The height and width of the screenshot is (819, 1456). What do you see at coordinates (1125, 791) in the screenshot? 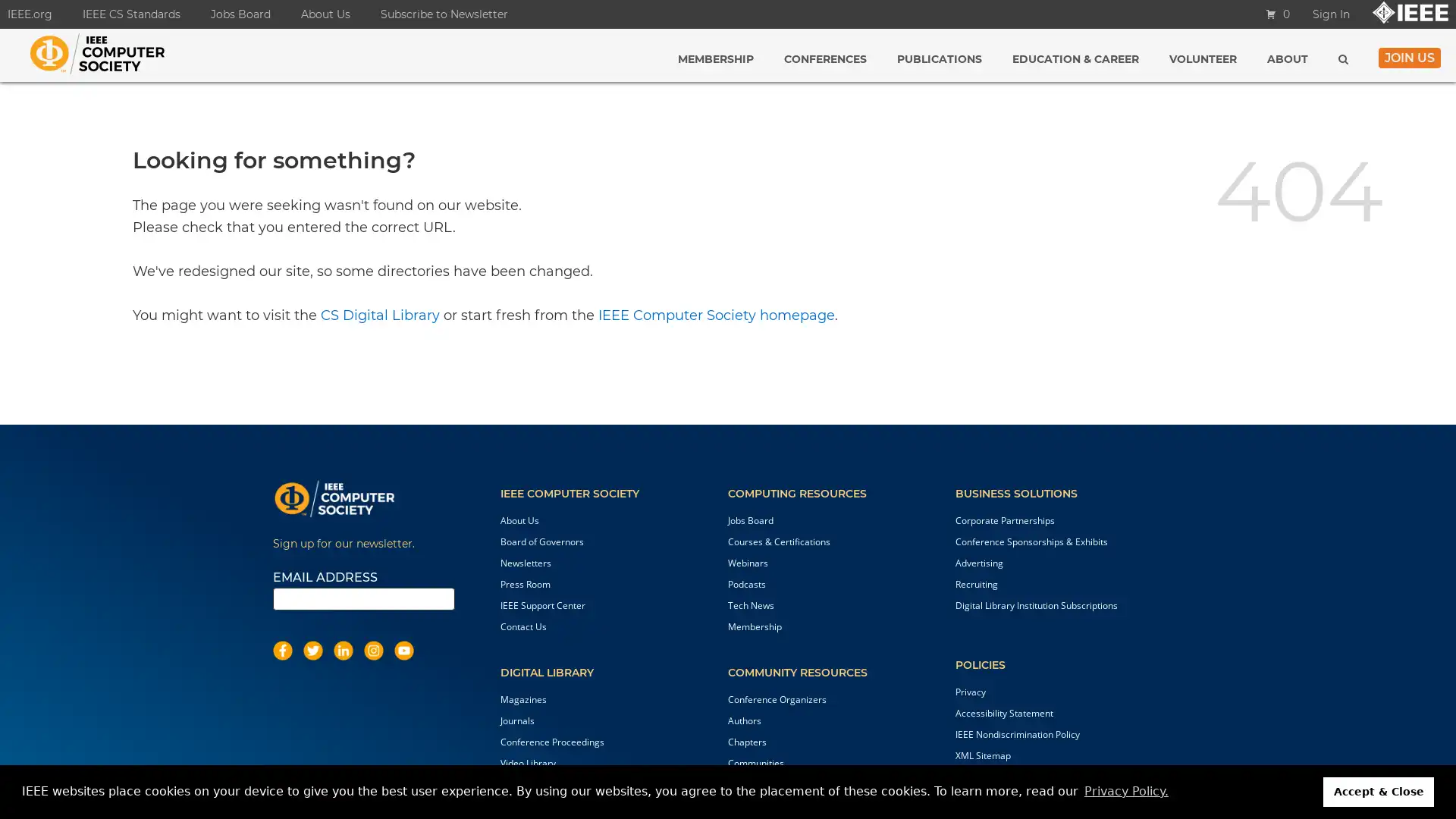
I see `learn more about cookies` at bounding box center [1125, 791].